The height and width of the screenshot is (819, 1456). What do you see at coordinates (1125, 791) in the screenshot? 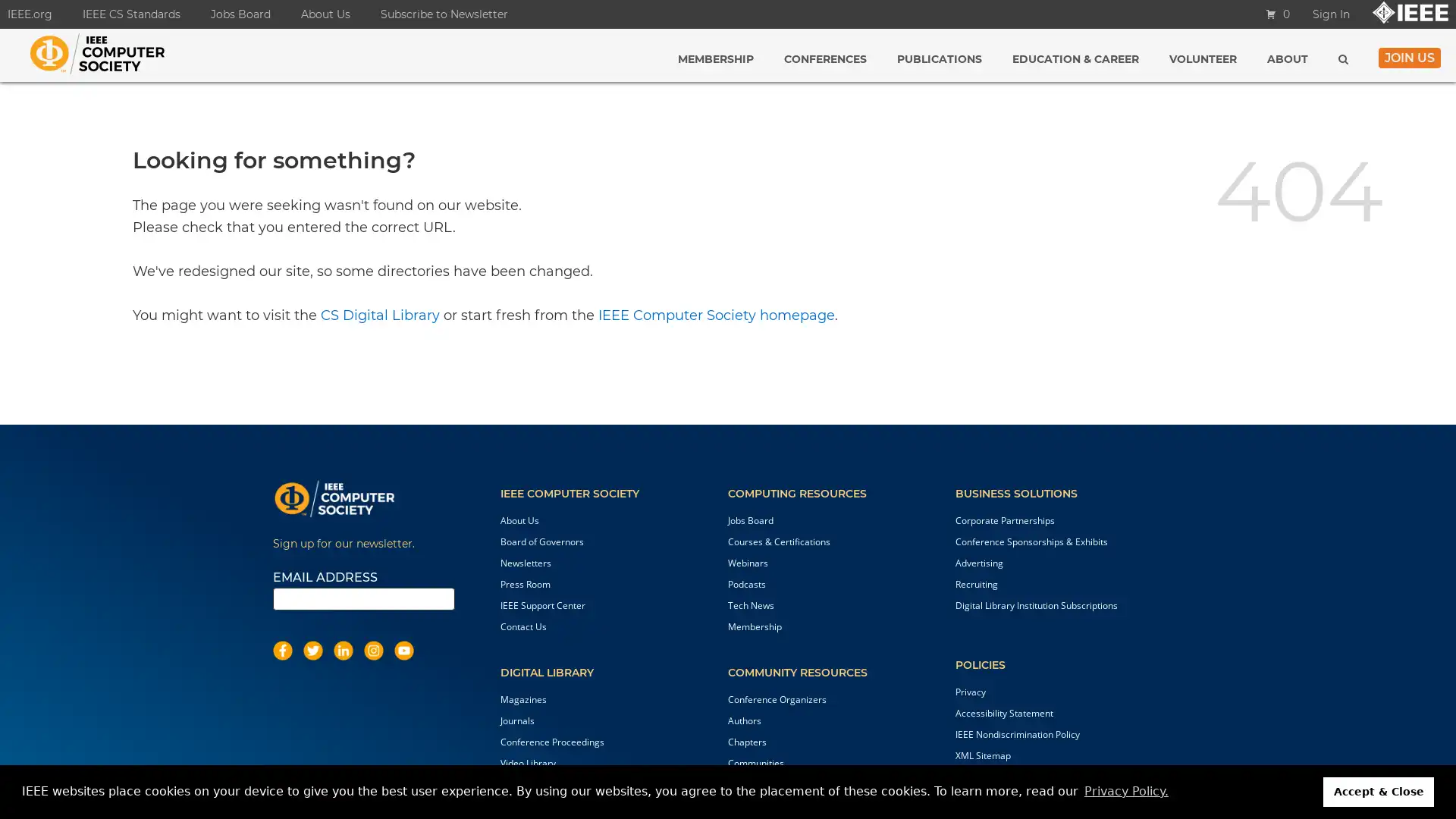
I see `learn more about cookies` at bounding box center [1125, 791].